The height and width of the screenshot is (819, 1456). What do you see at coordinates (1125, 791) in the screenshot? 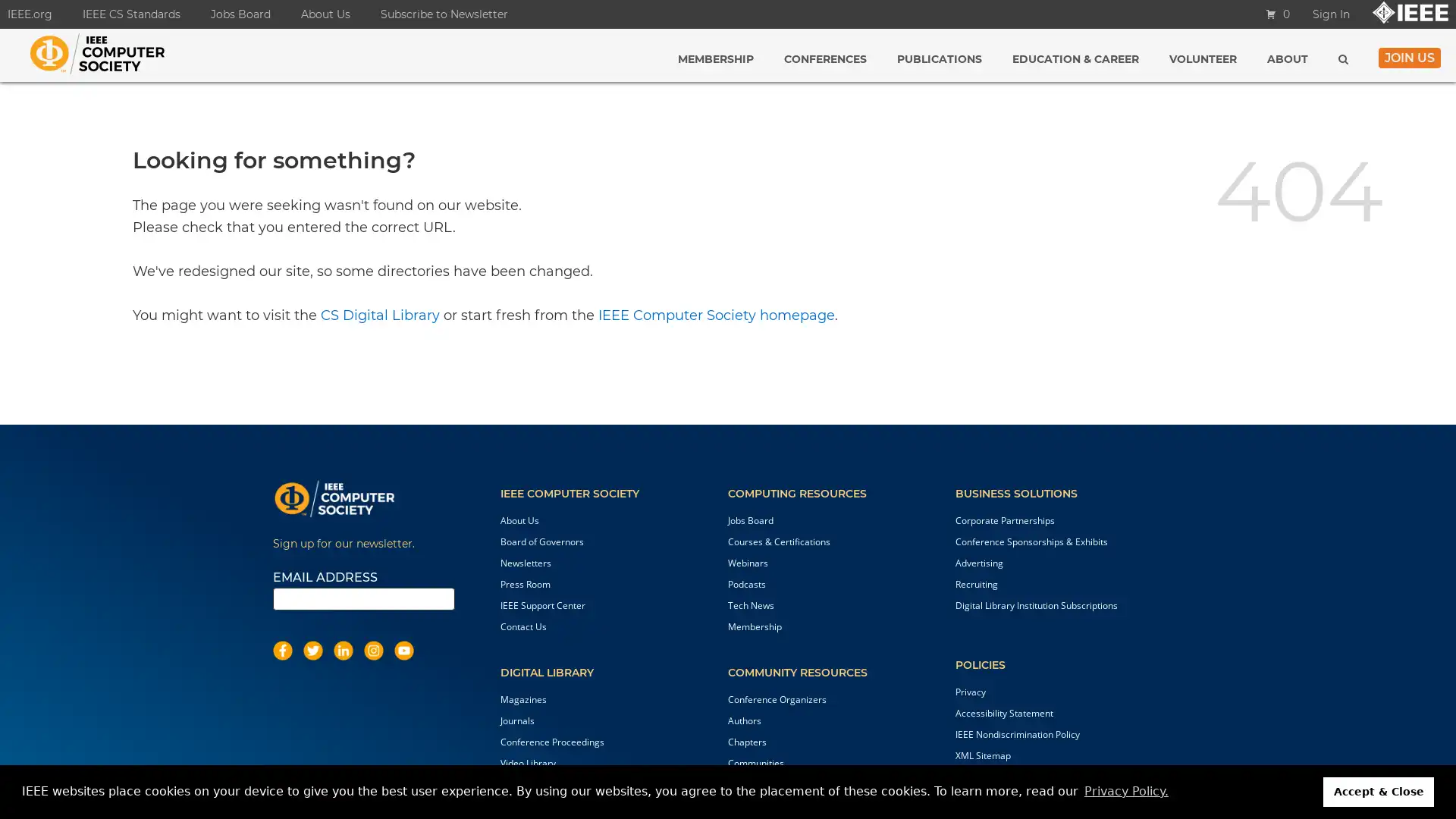
I see `learn more about cookies` at bounding box center [1125, 791].